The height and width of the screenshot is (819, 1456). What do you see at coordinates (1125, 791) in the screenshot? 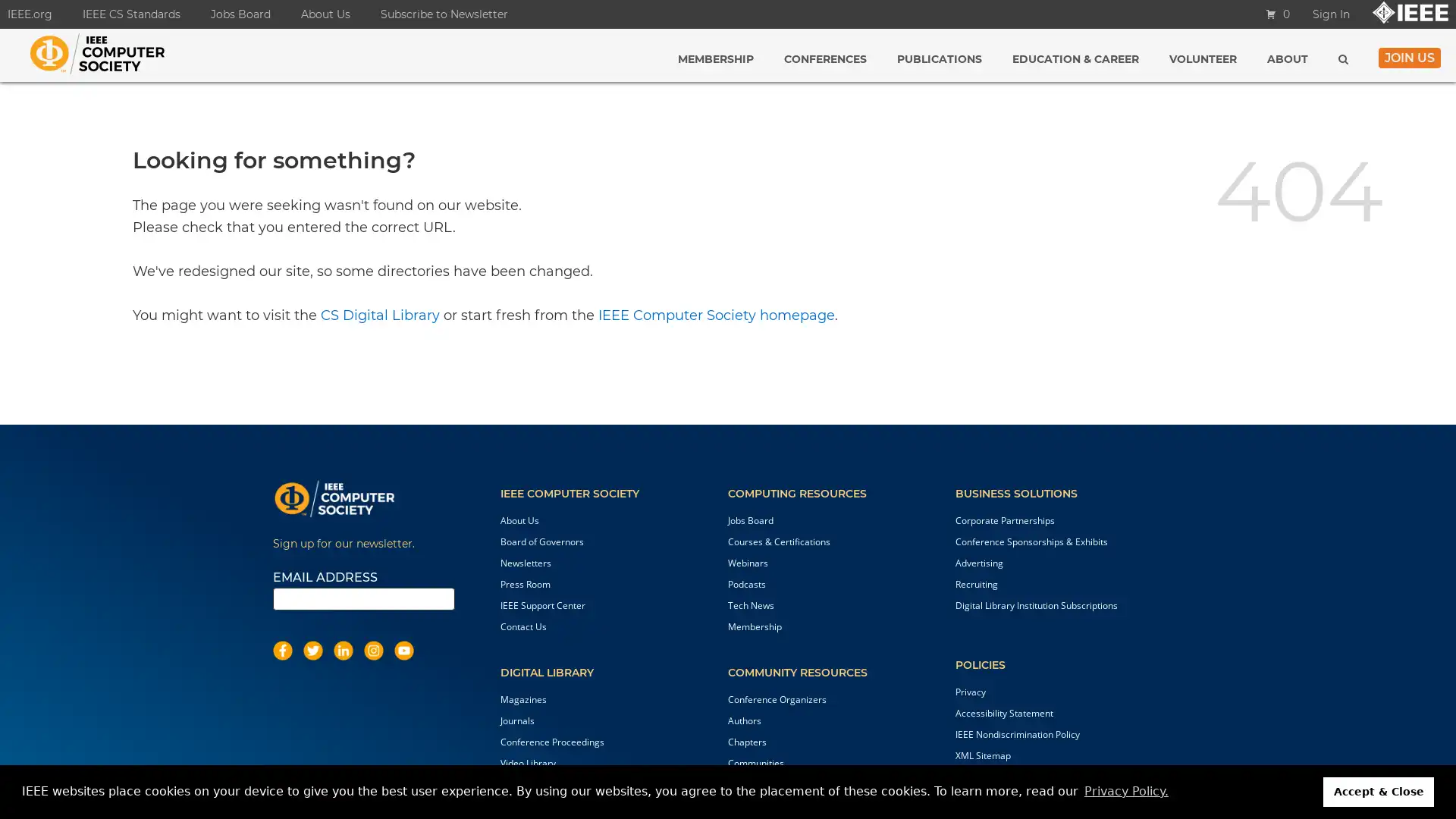
I see `learn more about cookies` at bounding box center [1125, 791].